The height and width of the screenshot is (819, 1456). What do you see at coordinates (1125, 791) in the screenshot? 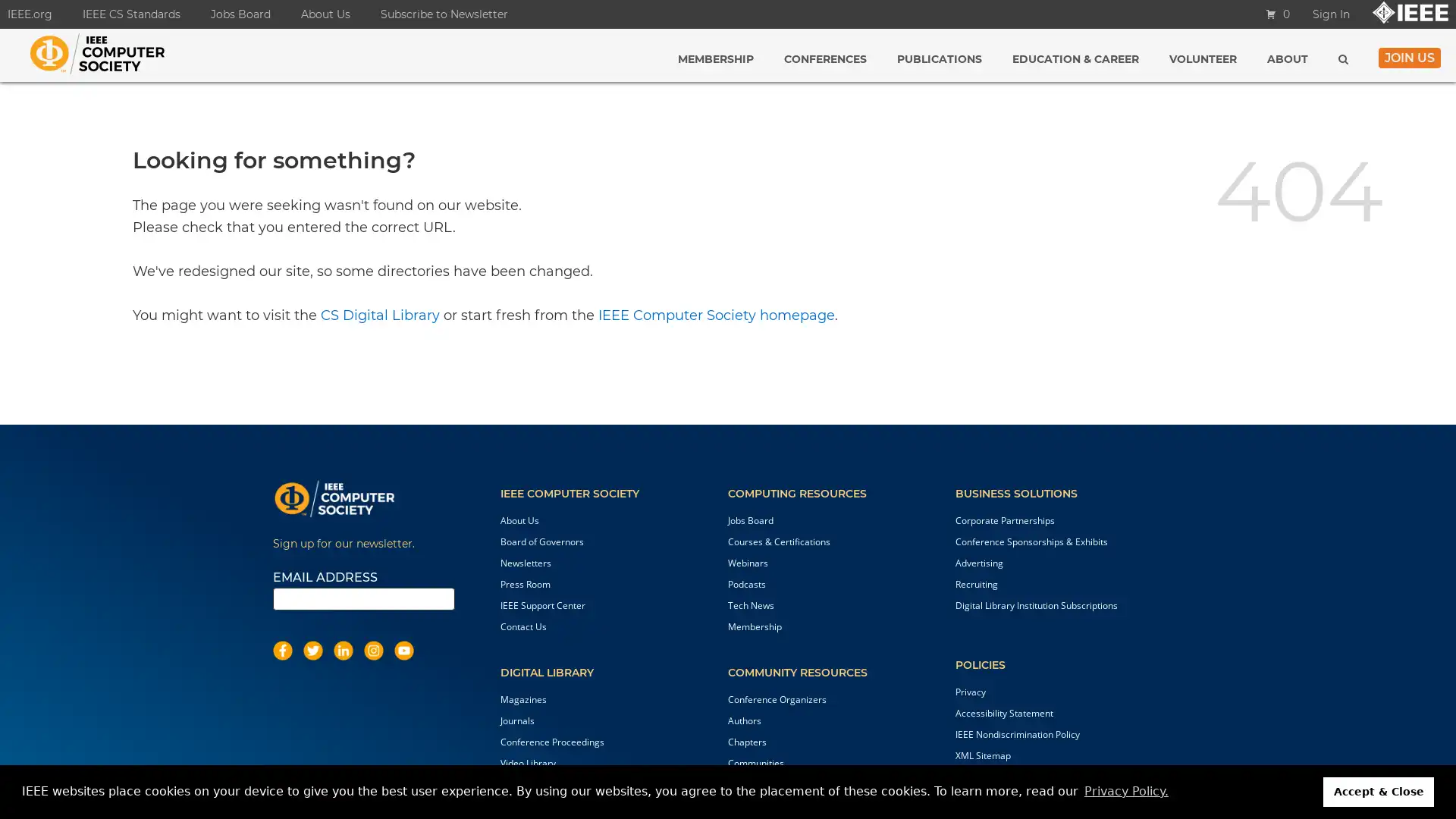
I see `learn more about cookies` at bounding box center [1125, 791].